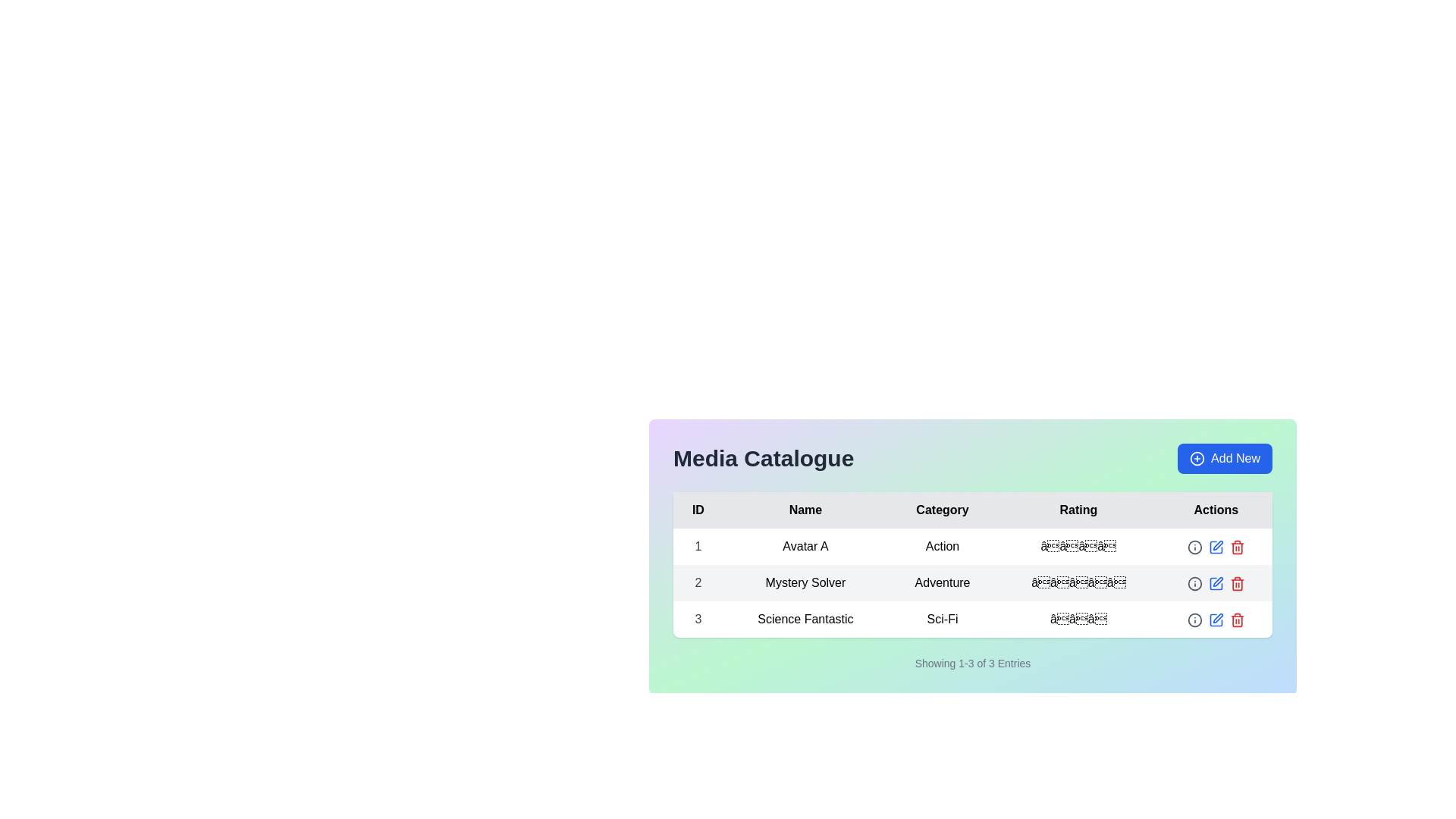 Image resolution: width=1456 pixels, height=819 pixels. Describe the element at coordinates (1194, 547) in the screenshot. I see `the circular gray information icon located in the 'Actions' column of the second row in the table` at that location.